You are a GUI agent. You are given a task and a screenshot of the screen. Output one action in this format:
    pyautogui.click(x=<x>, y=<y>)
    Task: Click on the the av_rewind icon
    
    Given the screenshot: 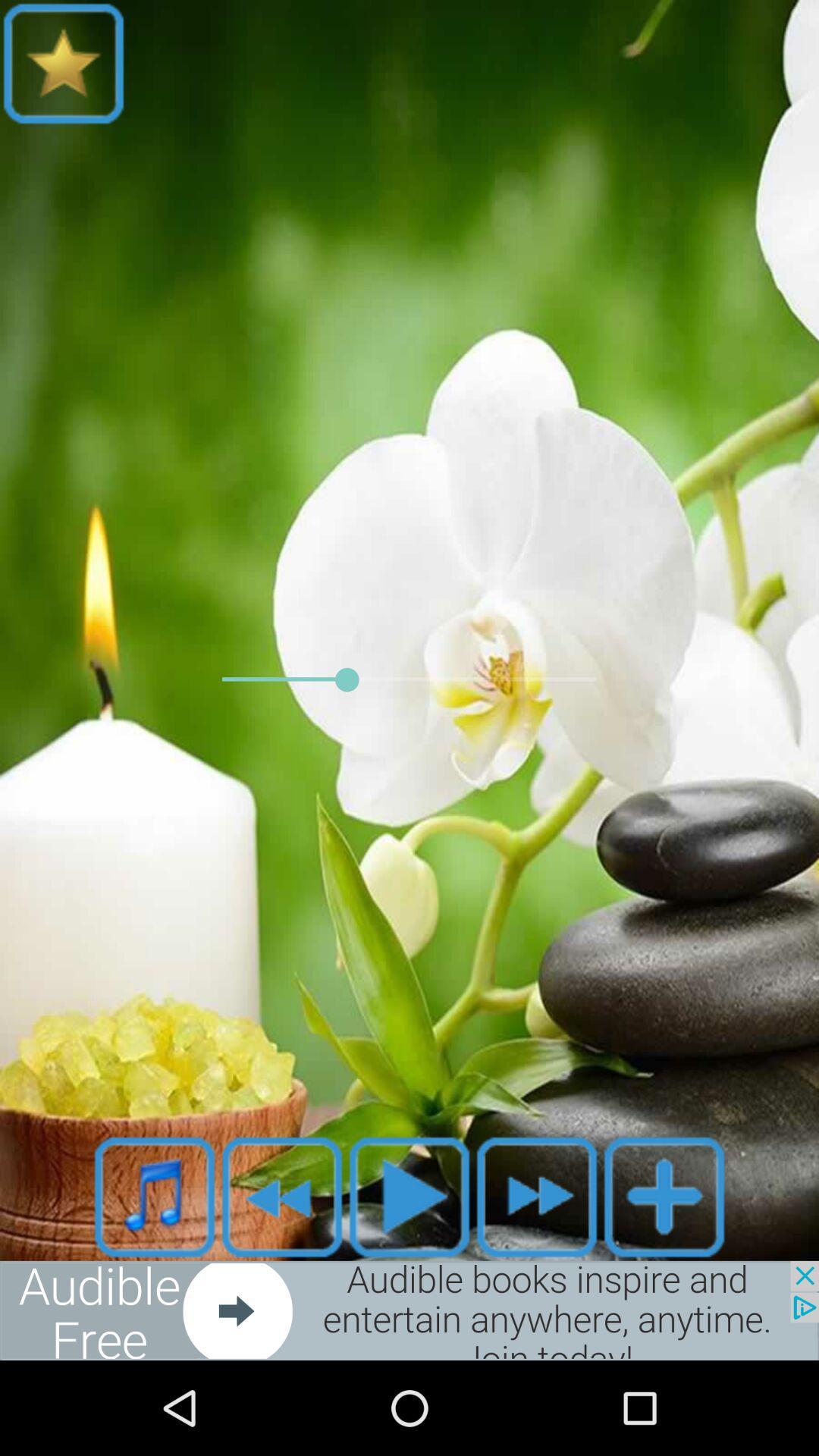 What is the action you would take?
    pyautogui.click(x=281, y=1196)
    